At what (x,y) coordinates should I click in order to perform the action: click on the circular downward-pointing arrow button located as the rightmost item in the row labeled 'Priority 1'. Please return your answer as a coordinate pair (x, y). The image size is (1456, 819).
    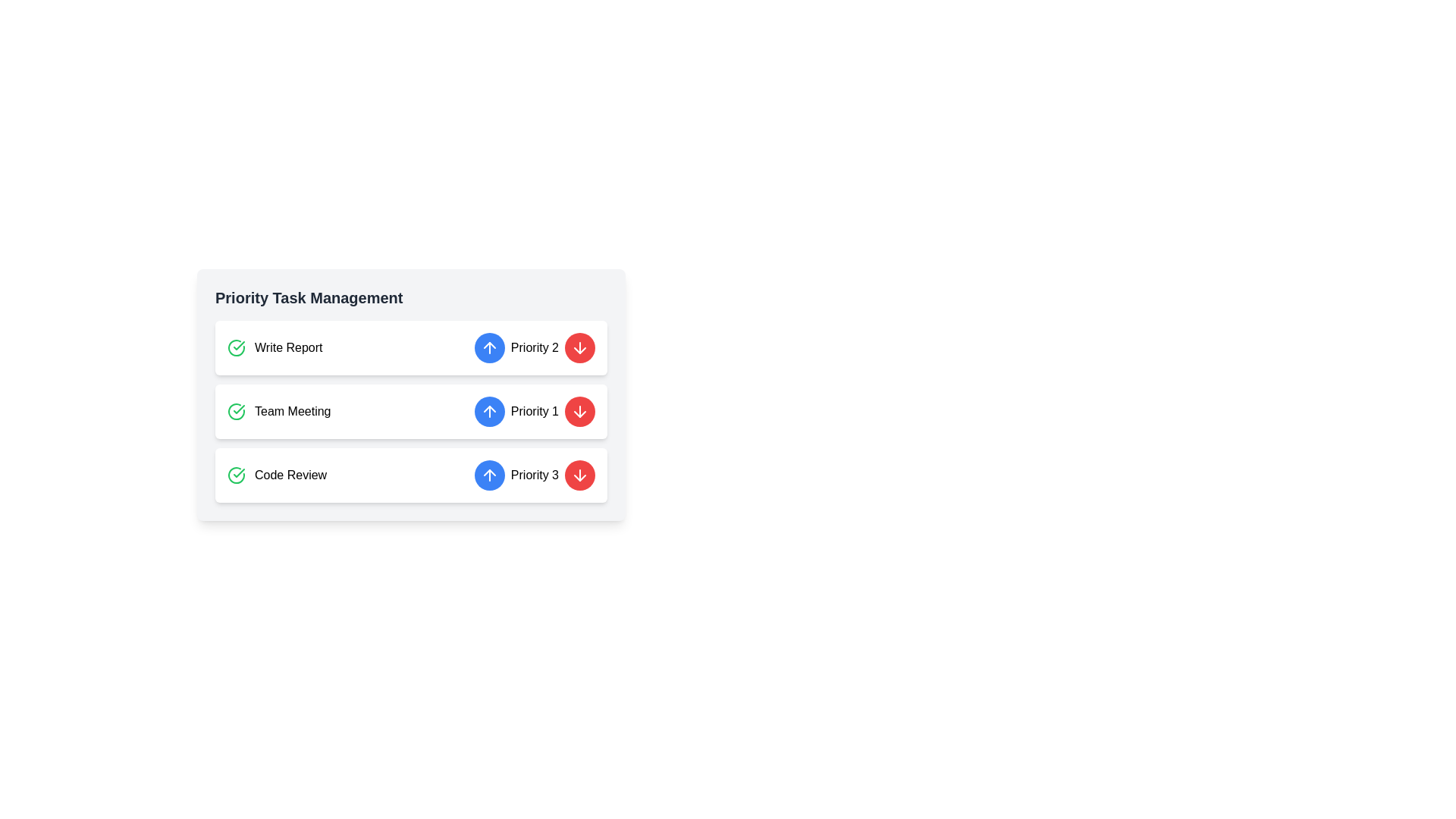
    Looking at the image, I should click on (579, 412).